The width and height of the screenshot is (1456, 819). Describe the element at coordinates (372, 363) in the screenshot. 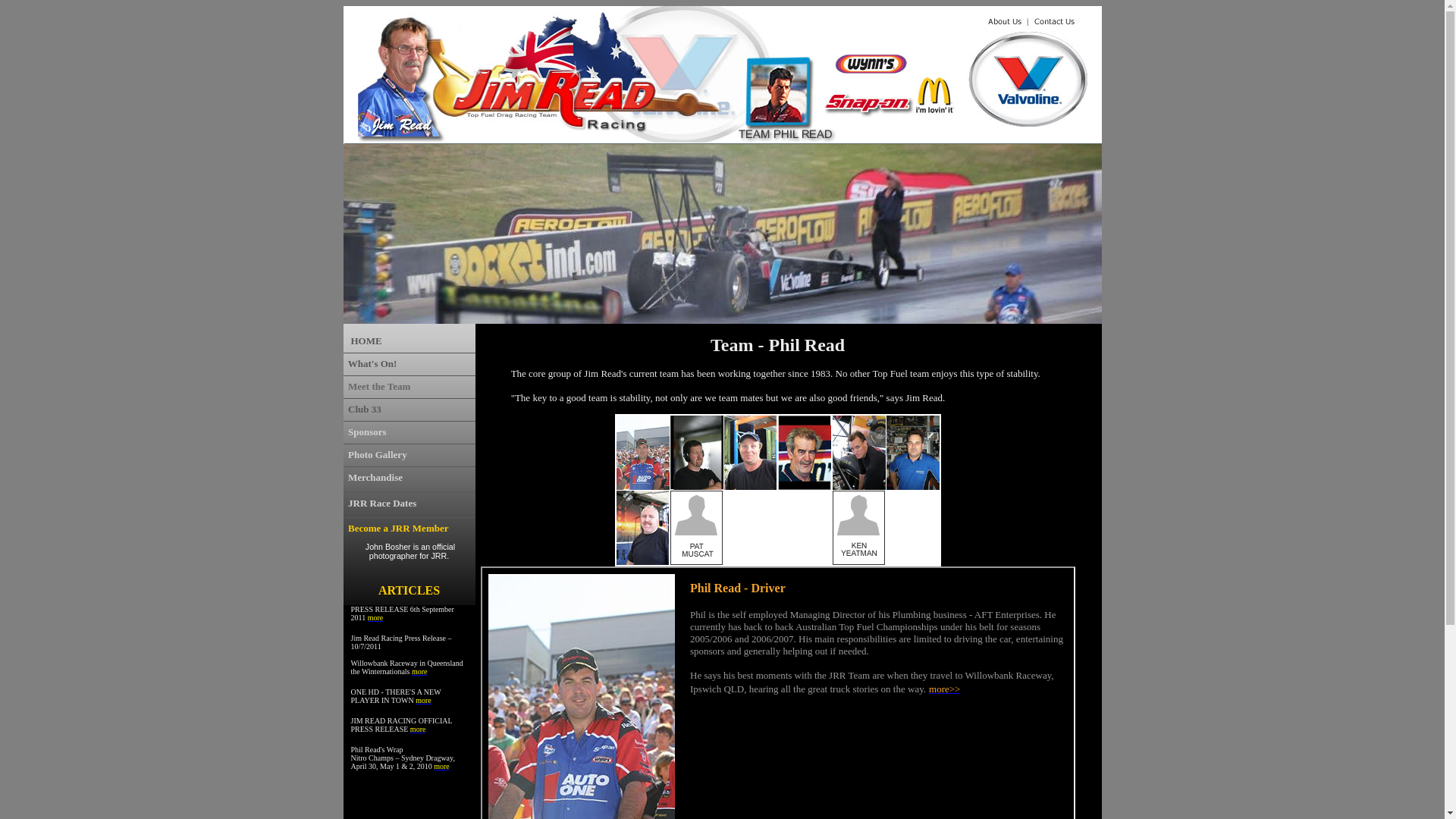

I see `'What's On!'` at that location.